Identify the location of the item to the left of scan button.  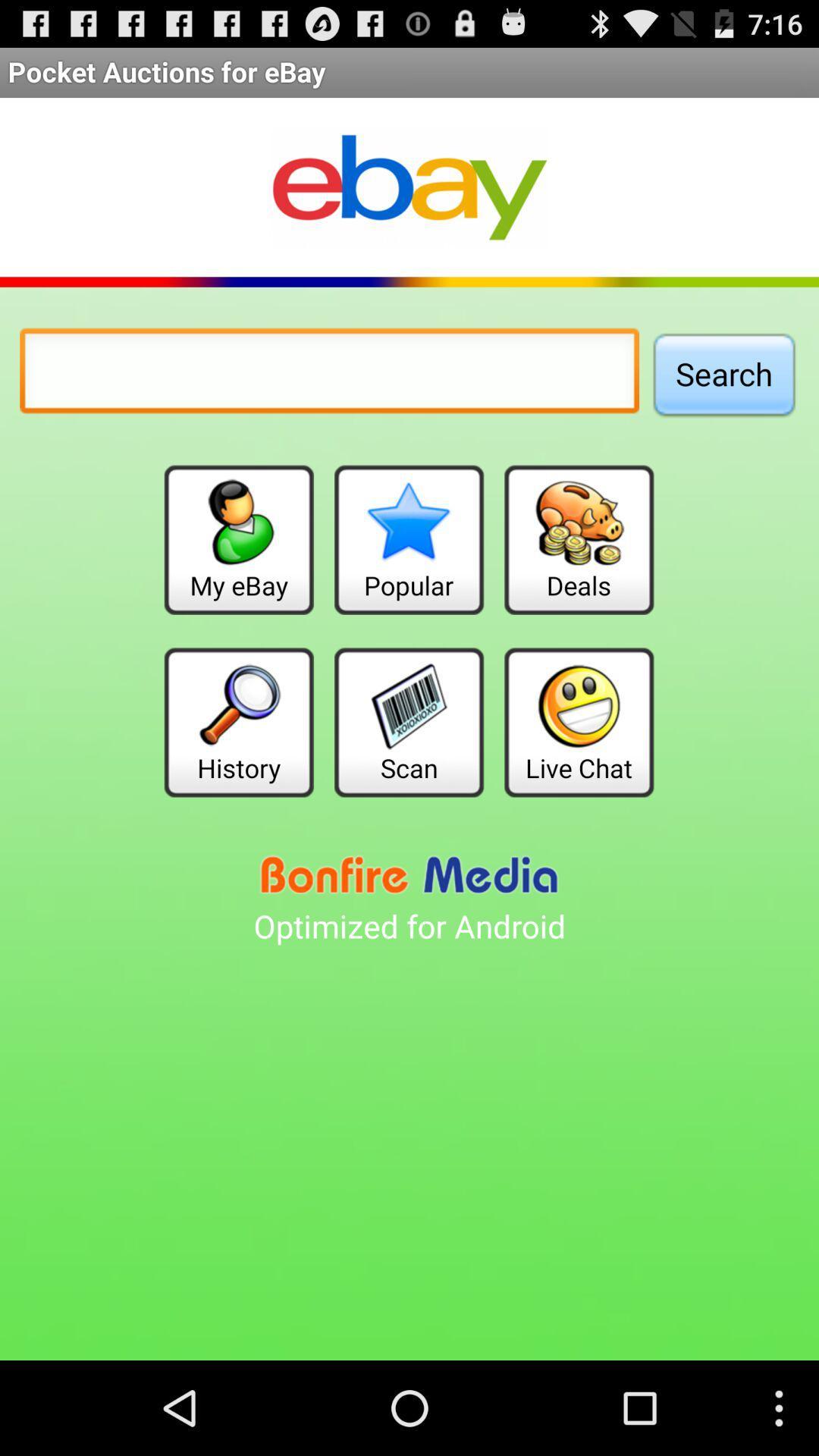
(239, 721).